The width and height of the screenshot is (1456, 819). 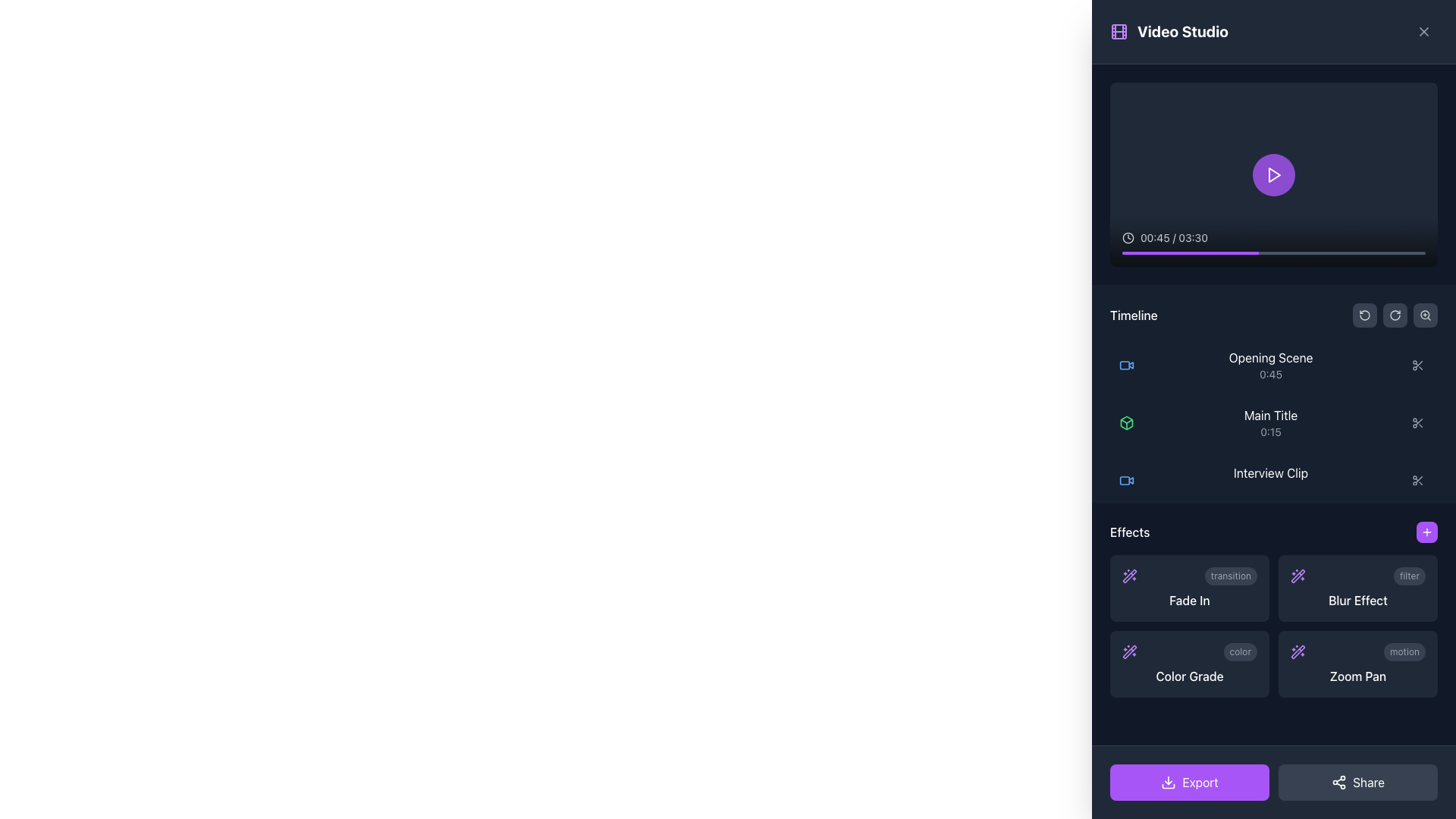 I want to click on the close button represented by an 'X' icon located at the upper right corner of the interface, so click(x=1423, y=32).